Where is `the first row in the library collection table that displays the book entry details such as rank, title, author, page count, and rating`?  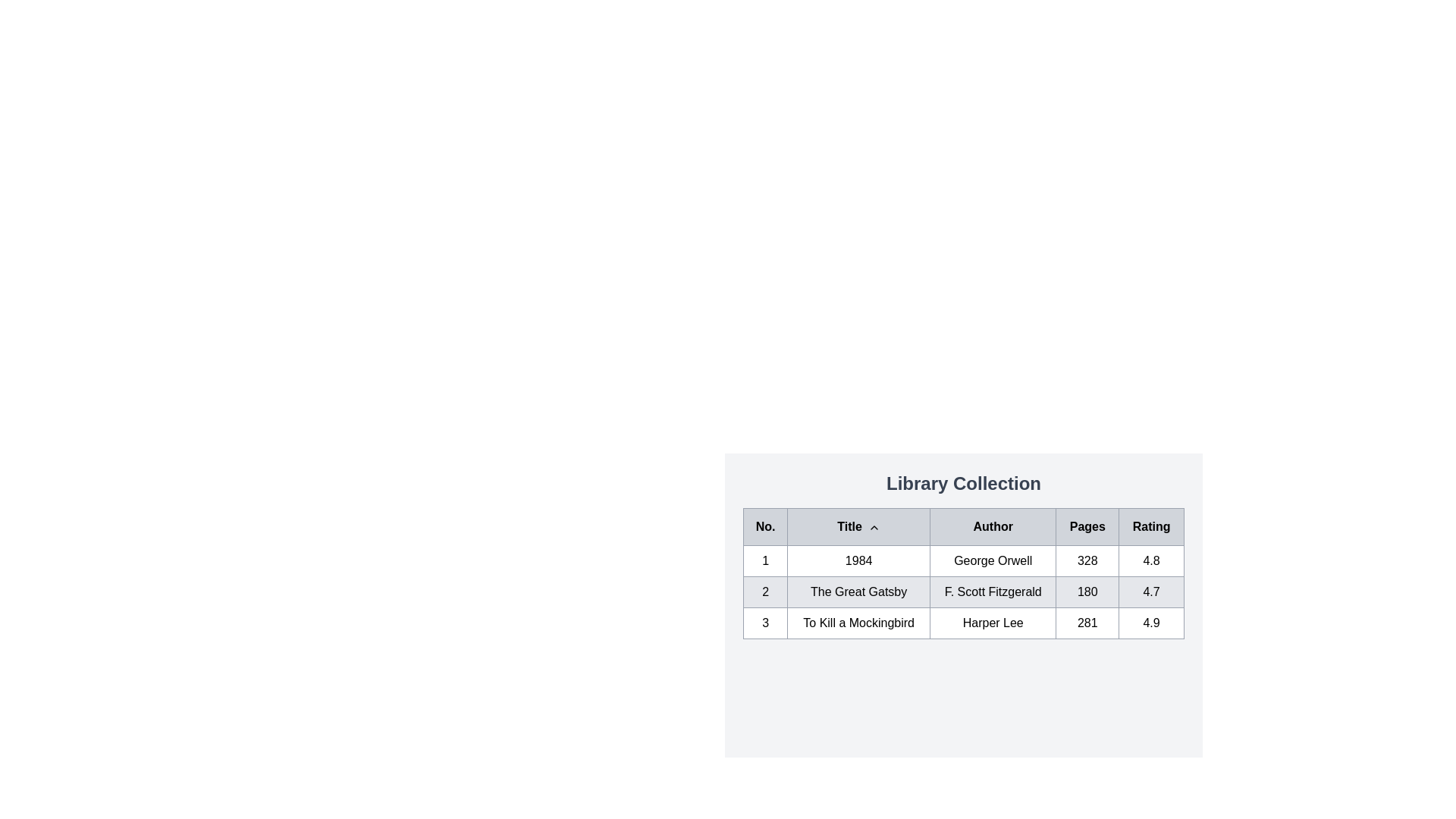
the first row in the library collection table that displays the book entry details such as rank, title, author, page count, and rating is located at coordinates (963, 561).